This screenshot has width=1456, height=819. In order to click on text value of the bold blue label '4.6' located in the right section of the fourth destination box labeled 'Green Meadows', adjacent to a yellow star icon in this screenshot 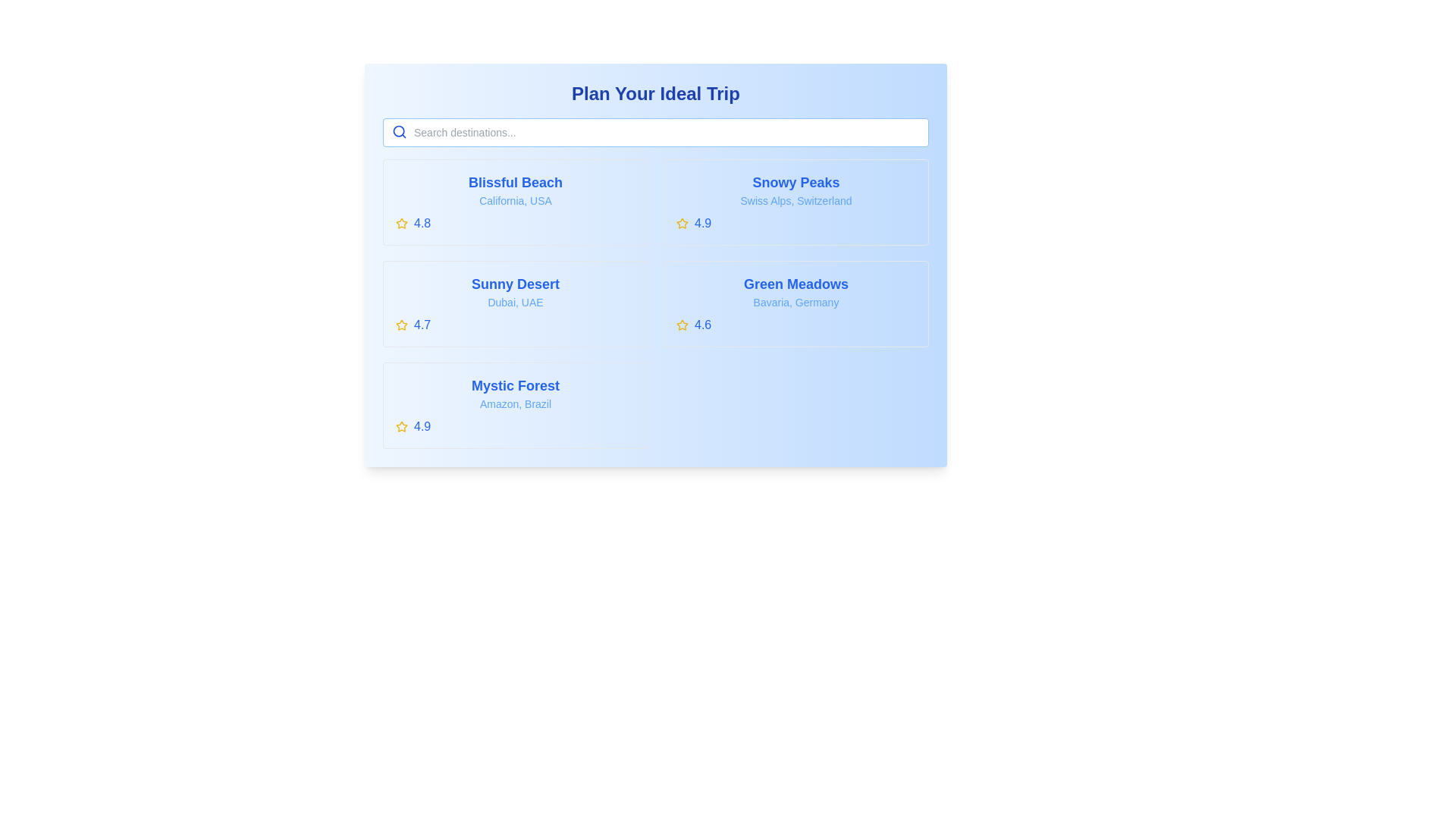, I will do `click(702, 324)`.